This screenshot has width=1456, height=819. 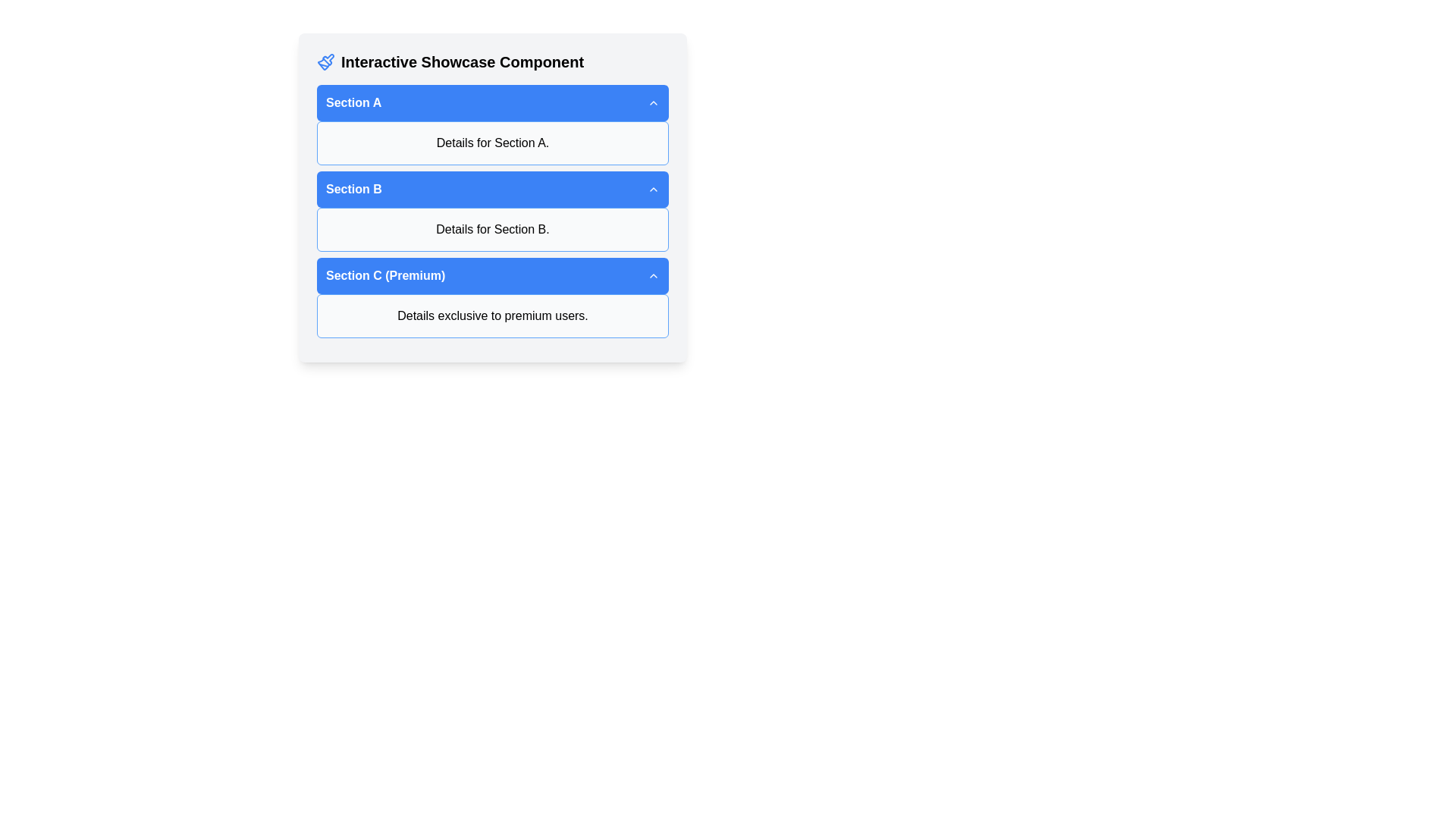 I want to click on the chevron icon in the header of 'Section C (Premium)' accordion, so click(x=654, y=275).